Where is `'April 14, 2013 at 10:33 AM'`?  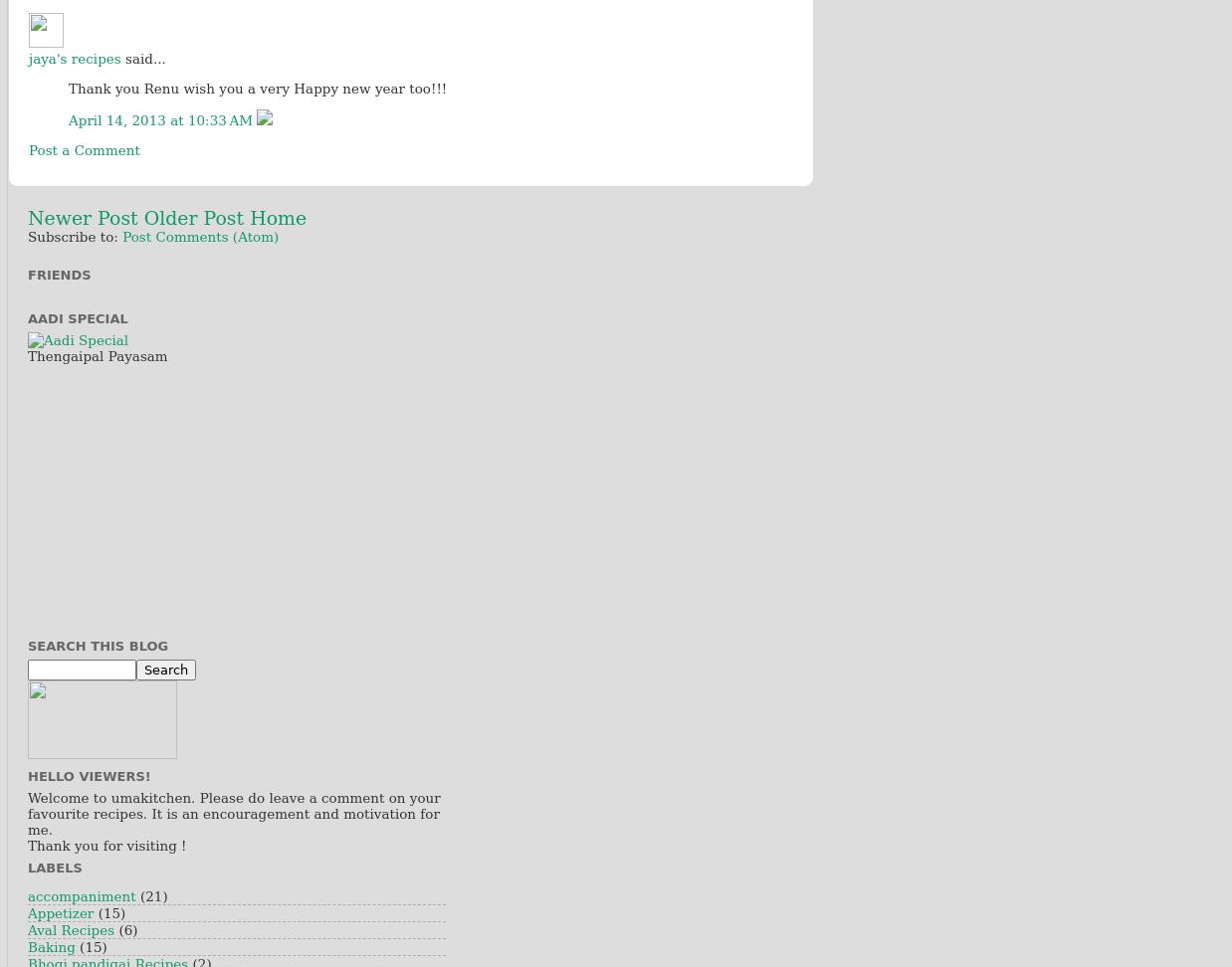 'April 14, 2013 at 10:33 AM' is located at coordinates (162, 119).